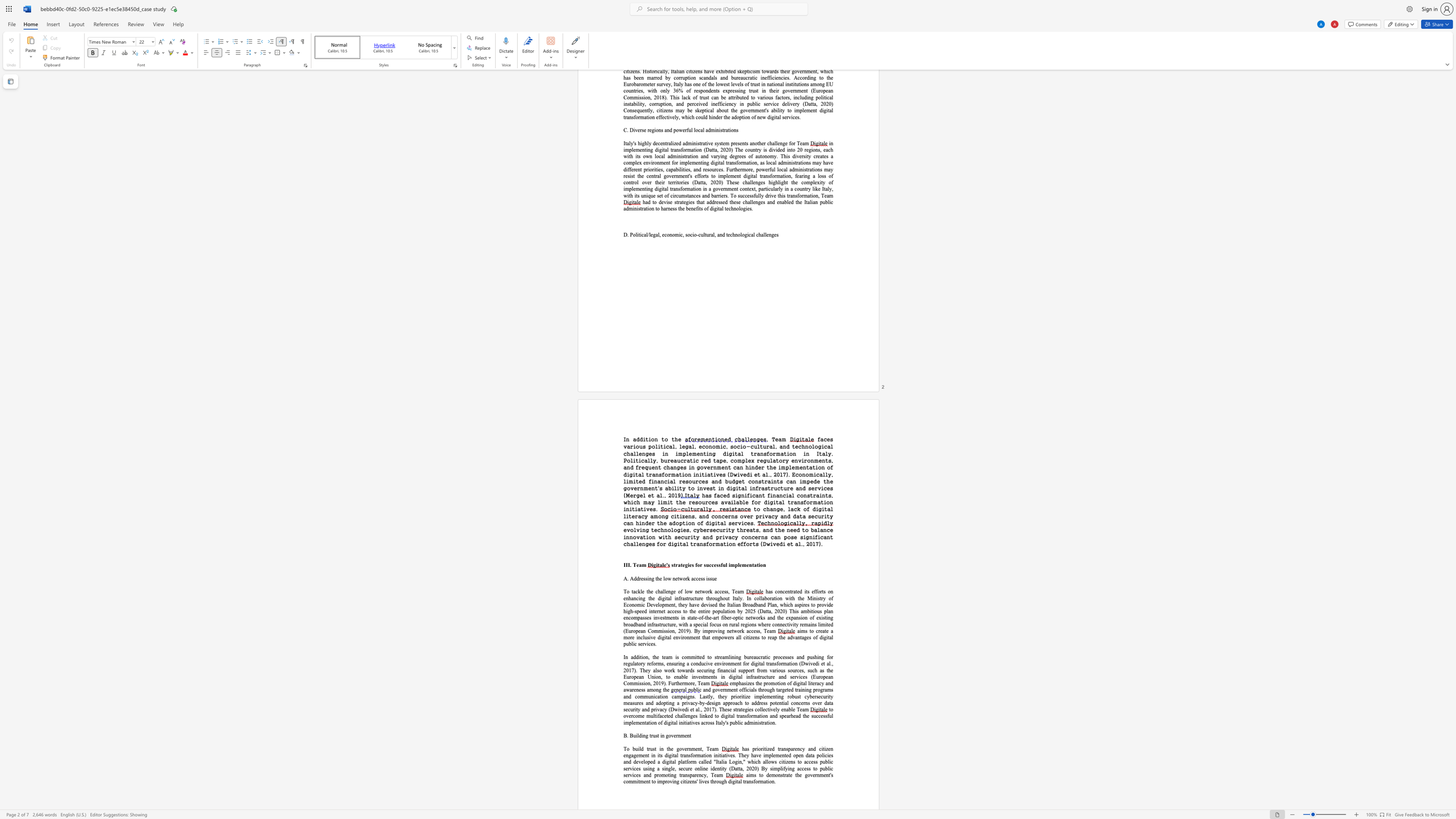  What do you see at coordinates (701, 782) in the screenshot?
I see `the subset text "ves through di" within the text "the government"` at bounding box center [701, 782].